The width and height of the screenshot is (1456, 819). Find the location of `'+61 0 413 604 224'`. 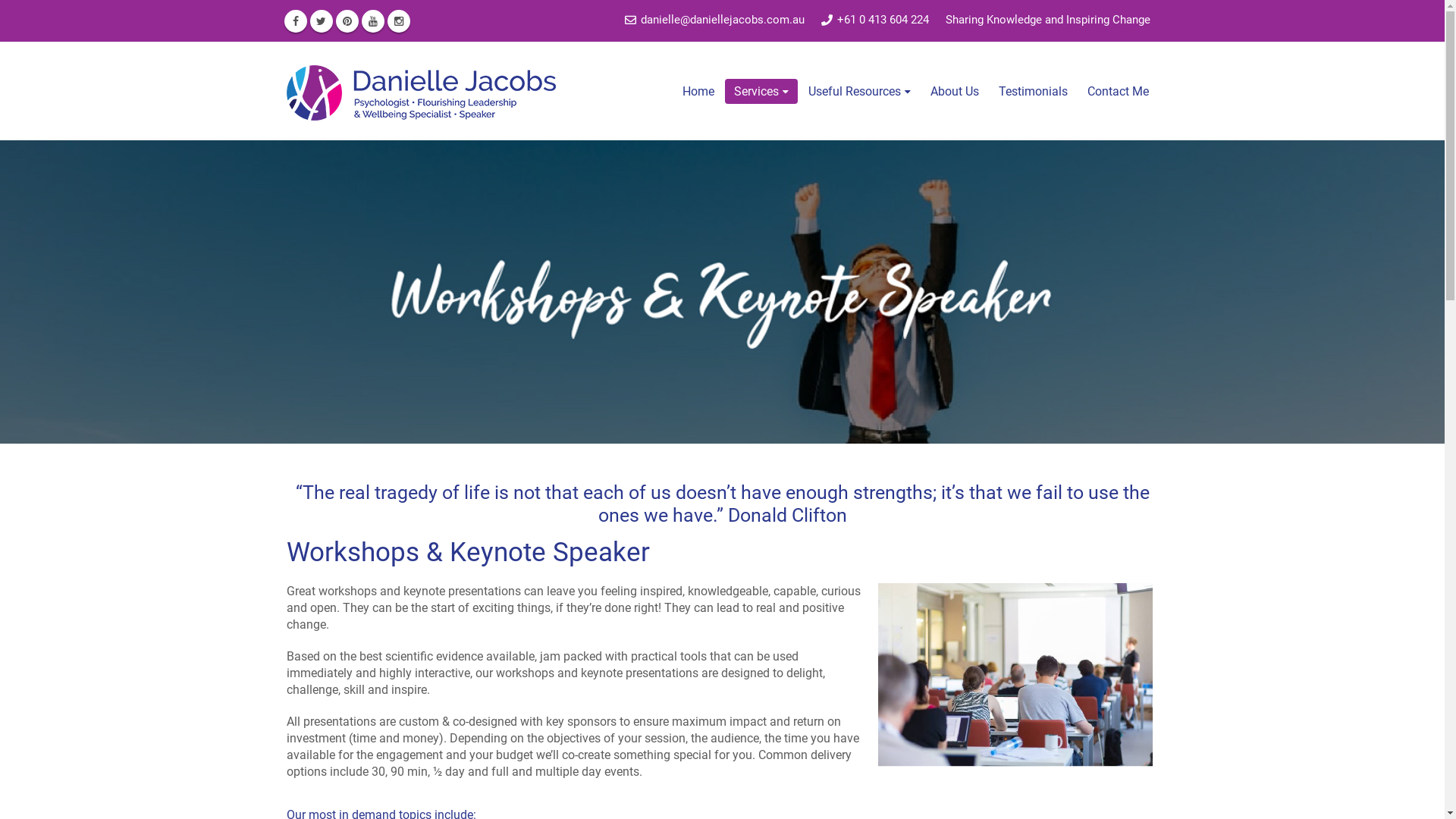

'+61 0 413 604 224' is located at coordinates (874, 20).